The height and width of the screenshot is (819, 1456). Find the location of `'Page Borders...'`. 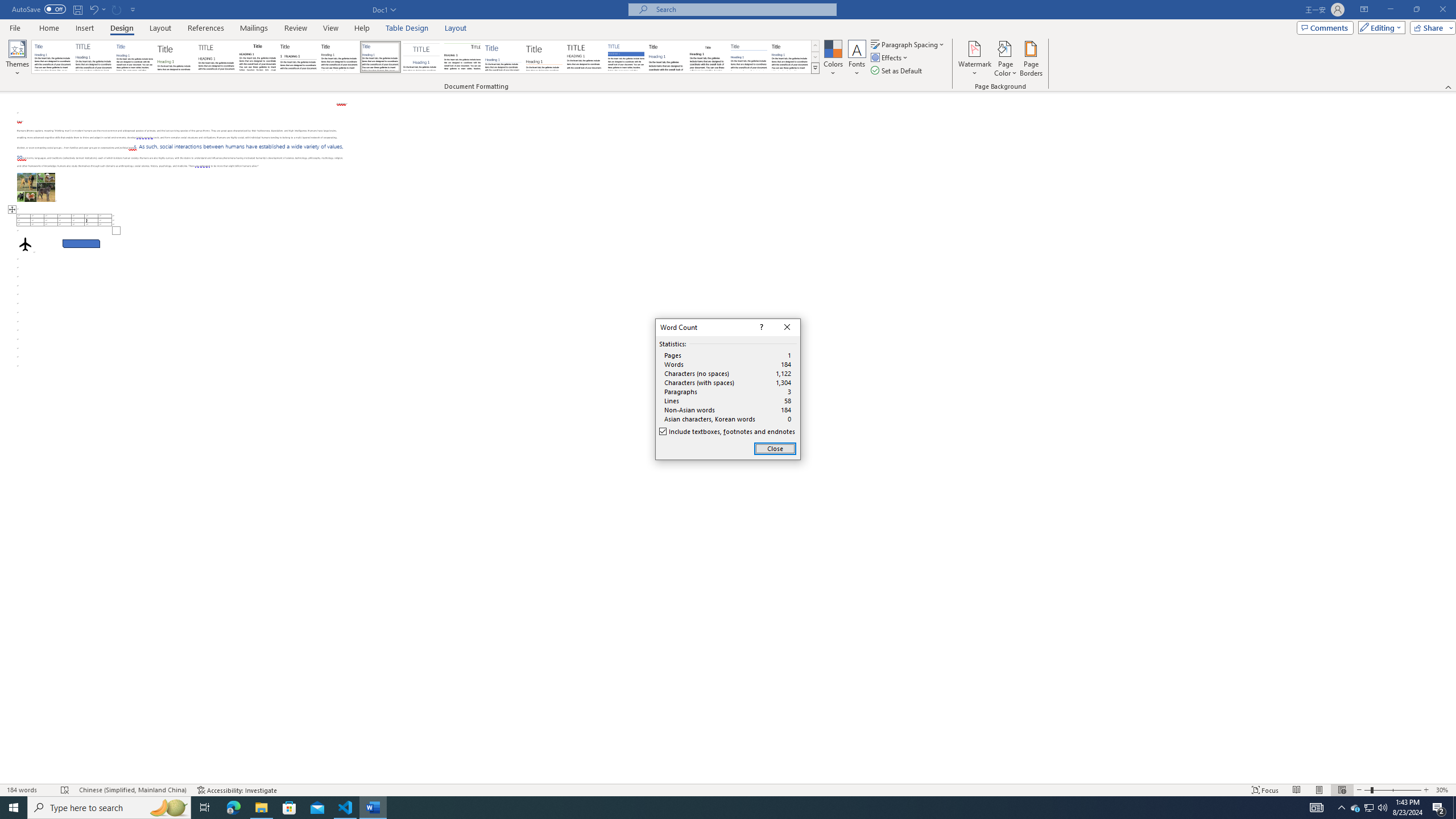

'Page Borders...' is located at coordinates (1031, 59).